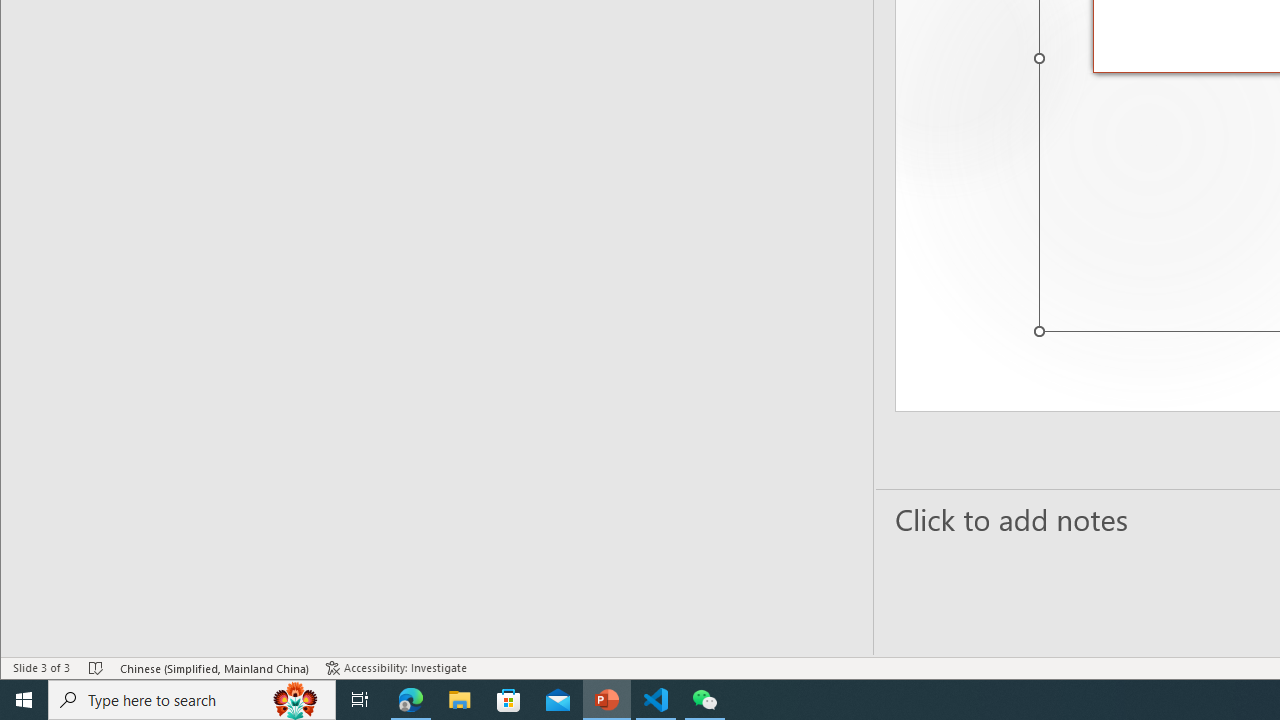 This screenshot has height=720, width=1280. What do you see at coordinates (396, 668) in the screenshot?
I see `'Accessibility Checker Accessibility: Investigate'` at bounding box center [396, 668].